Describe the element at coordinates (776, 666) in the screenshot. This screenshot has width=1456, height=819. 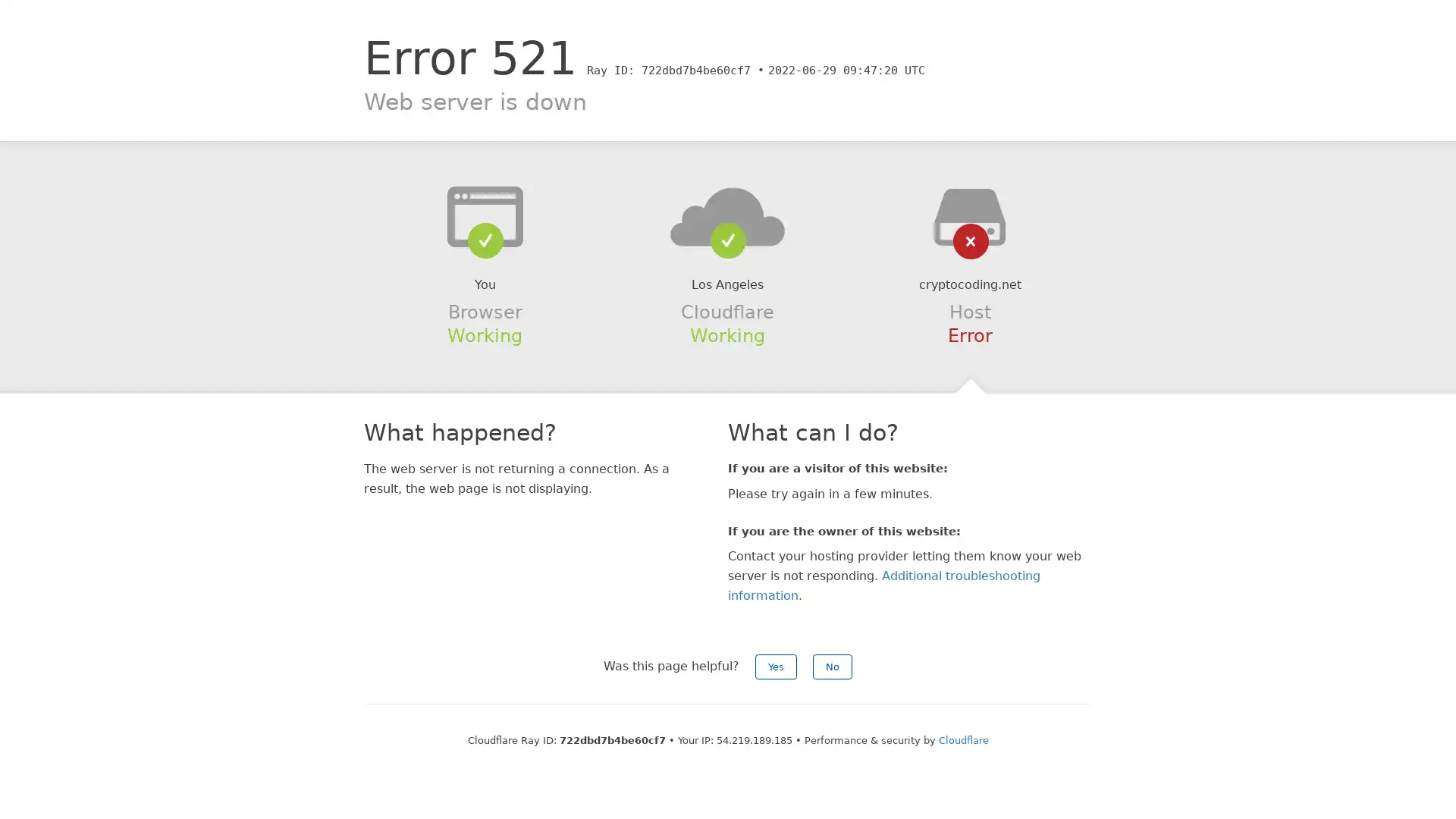
I see `Yes` at that location.